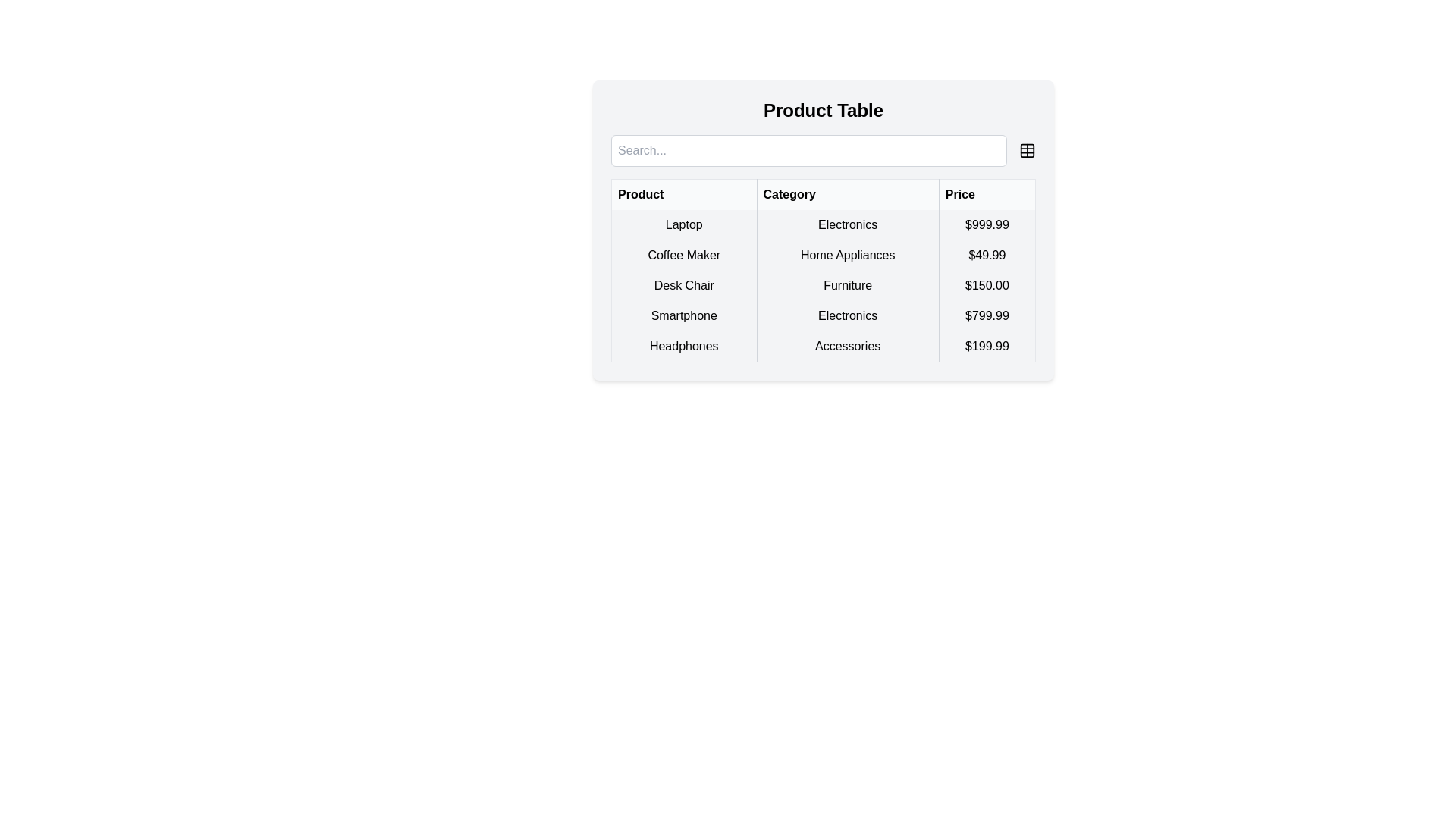  I want to click on the table-grid icon located to the far right of the search input field in the header area above the data table for additional details, so click(1027, 151).